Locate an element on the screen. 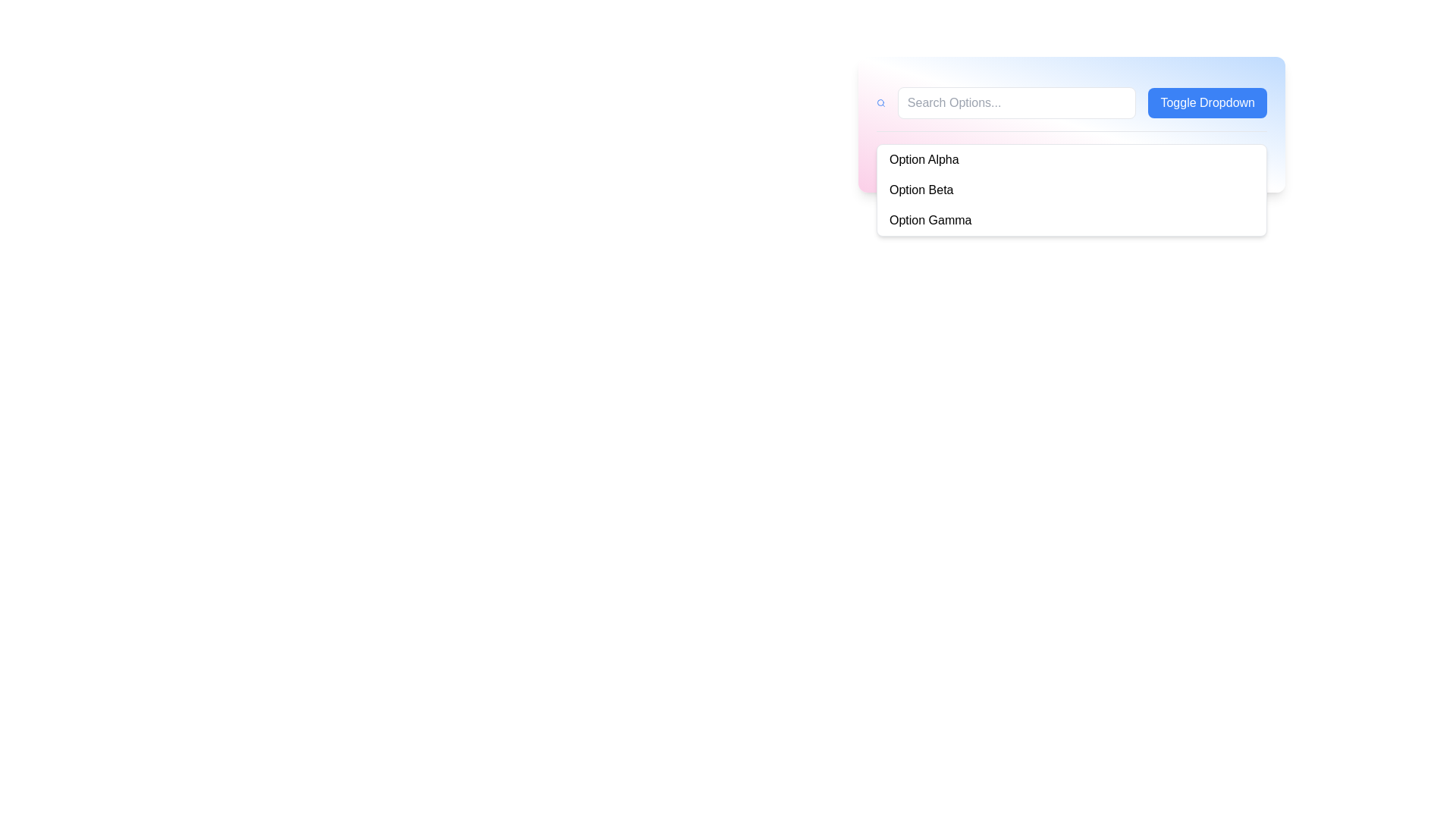 The height and width of the screenshot is (819, 1456). the 'Toggle Dropdown' button with rounded edges, which has a blue background and white text is located at coordinates (1207, 102).